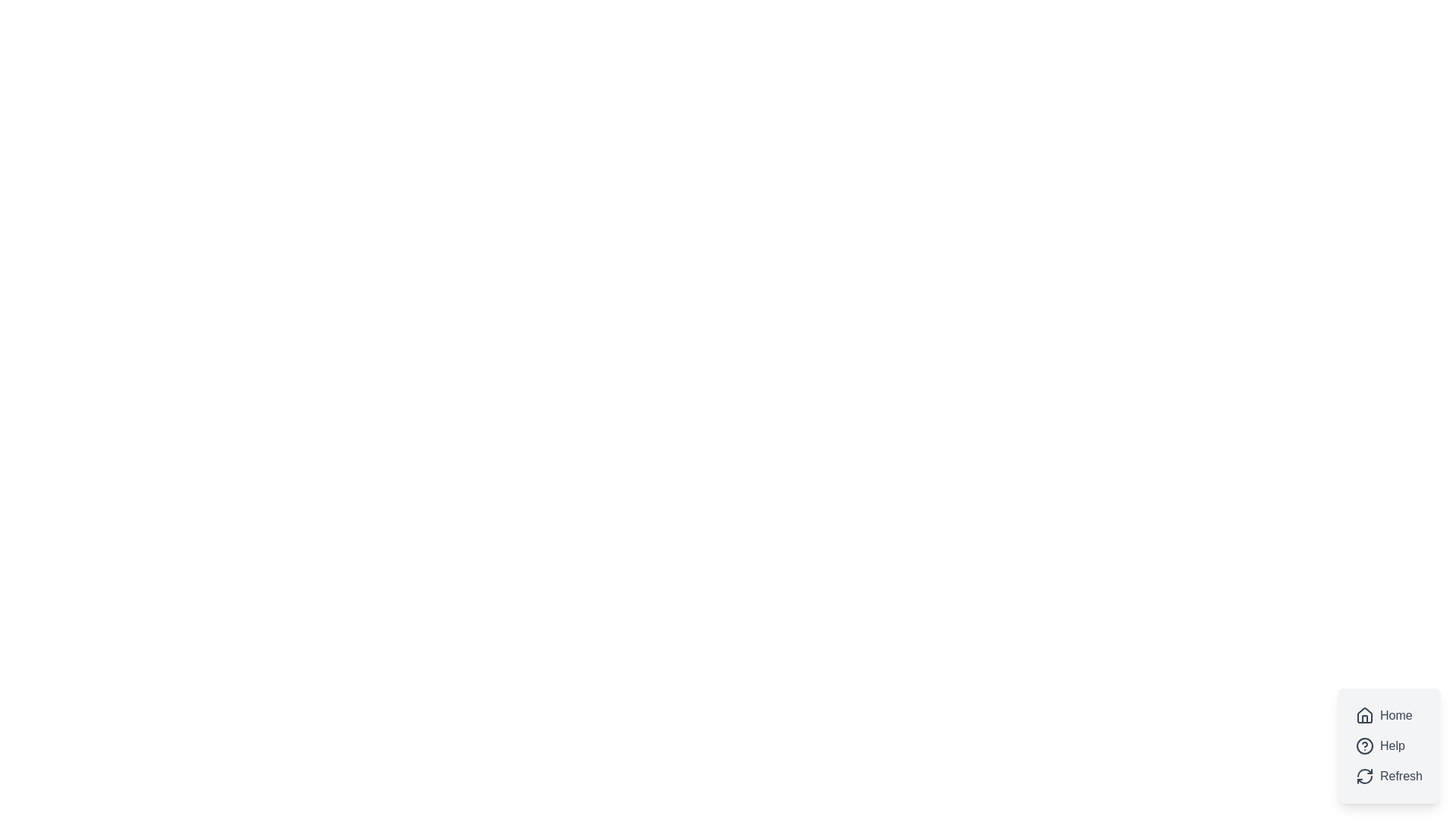 The height and width of the screenshot is (819, 1456). What do you see at coordinates (1365, 773) in the screenshot?
I see `the upper-left arc of the circular arrow within the 'Refresh' button, which is a static part of the refresh icon located at the bottom-right corner of the interface` at bounding box center [1365, 773].